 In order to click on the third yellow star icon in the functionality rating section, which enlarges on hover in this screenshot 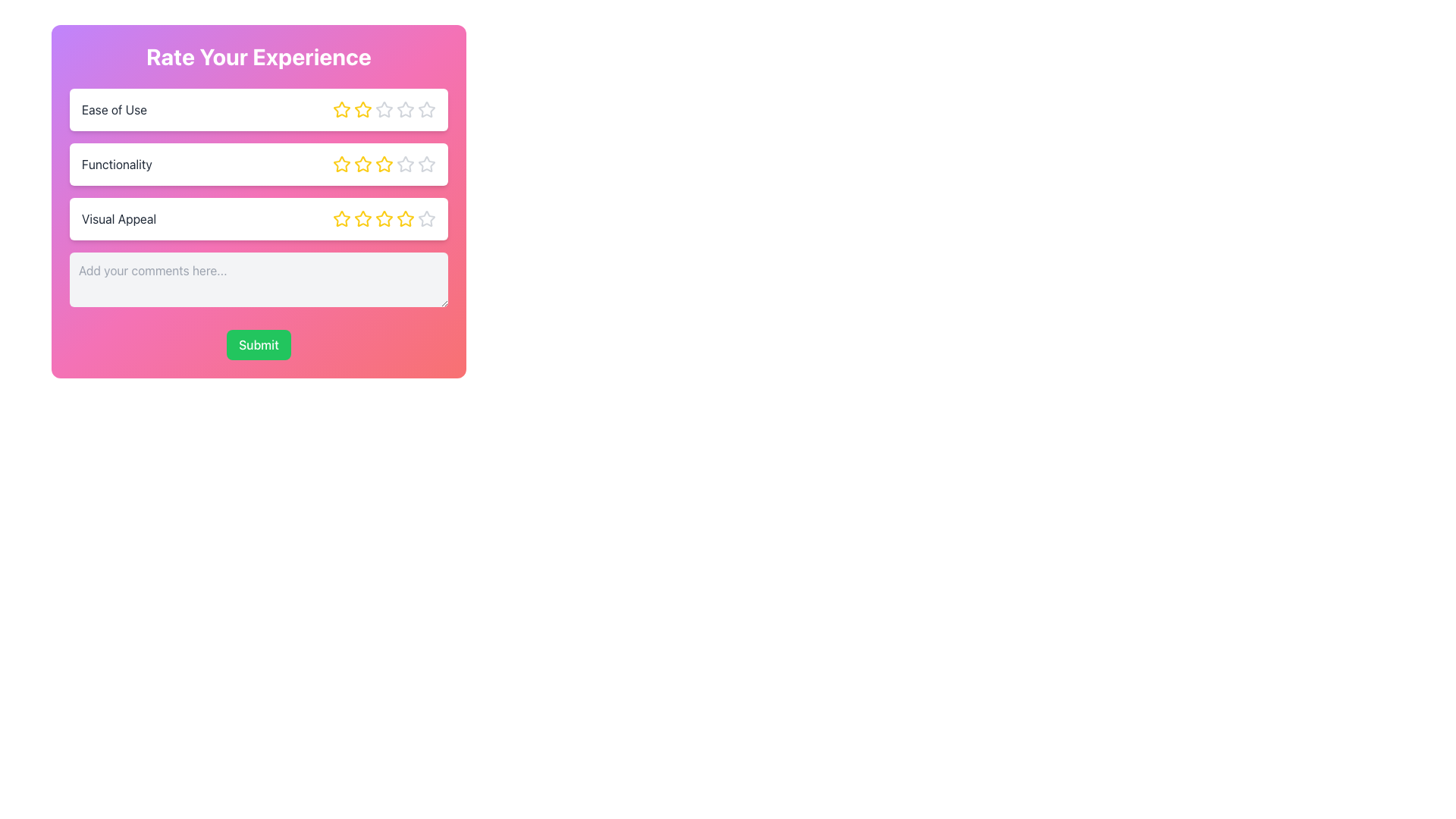, I will do `click(362, 164)`.